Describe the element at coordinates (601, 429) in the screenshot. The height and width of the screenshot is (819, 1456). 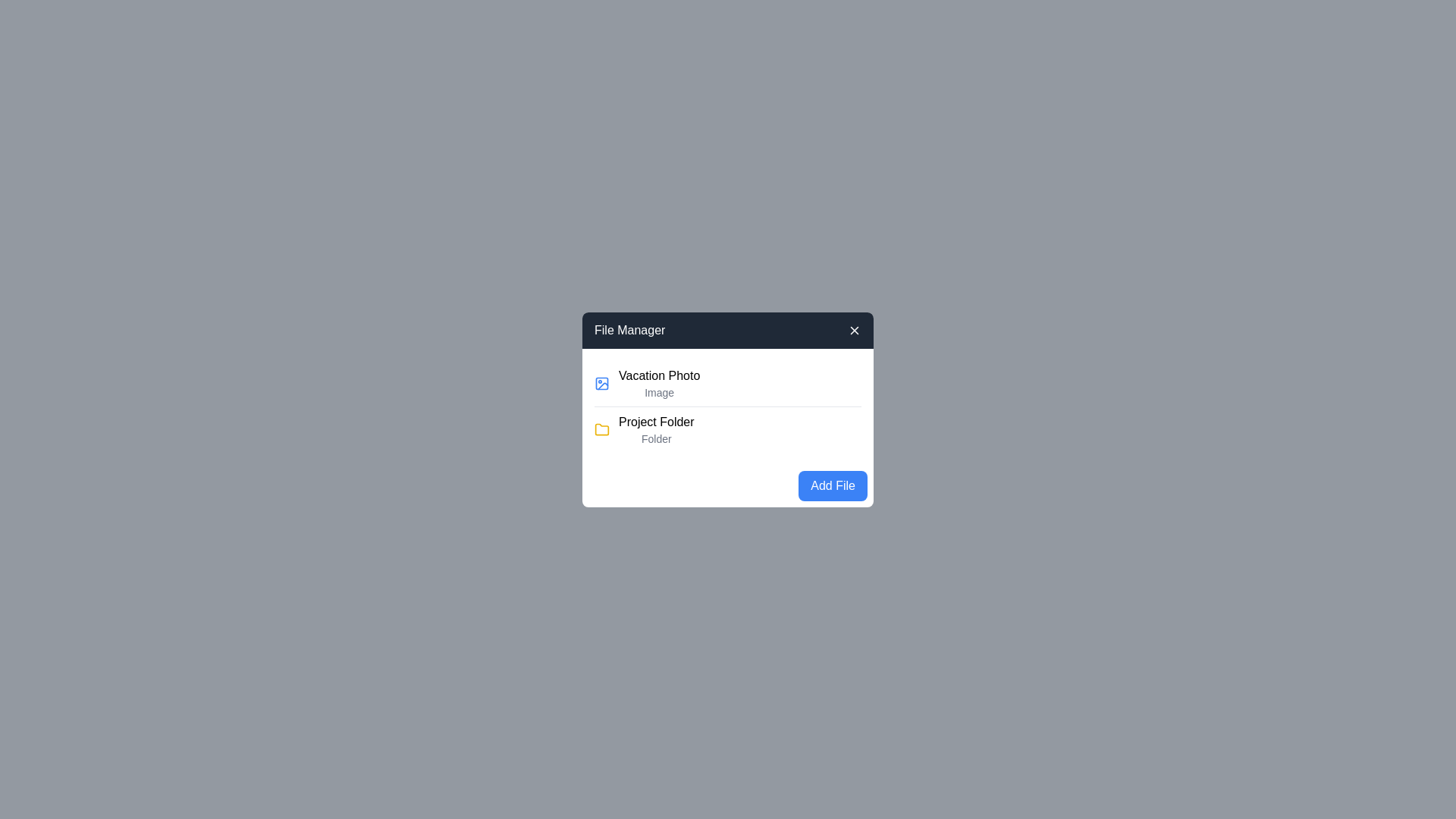
I see `the icon associated with Project Folder to interact with it` at that location.